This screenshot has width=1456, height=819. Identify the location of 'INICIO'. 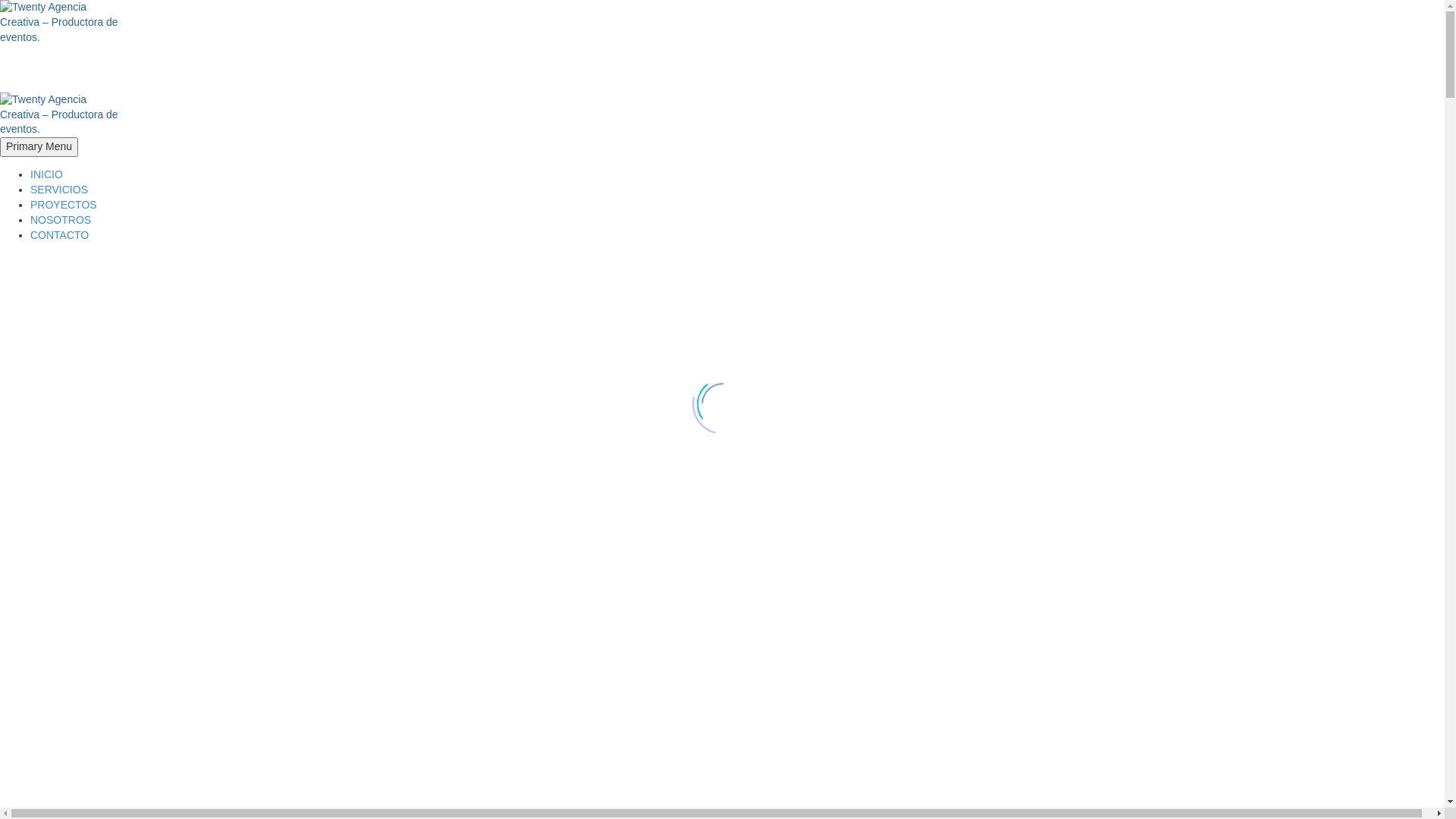
(46, 174).